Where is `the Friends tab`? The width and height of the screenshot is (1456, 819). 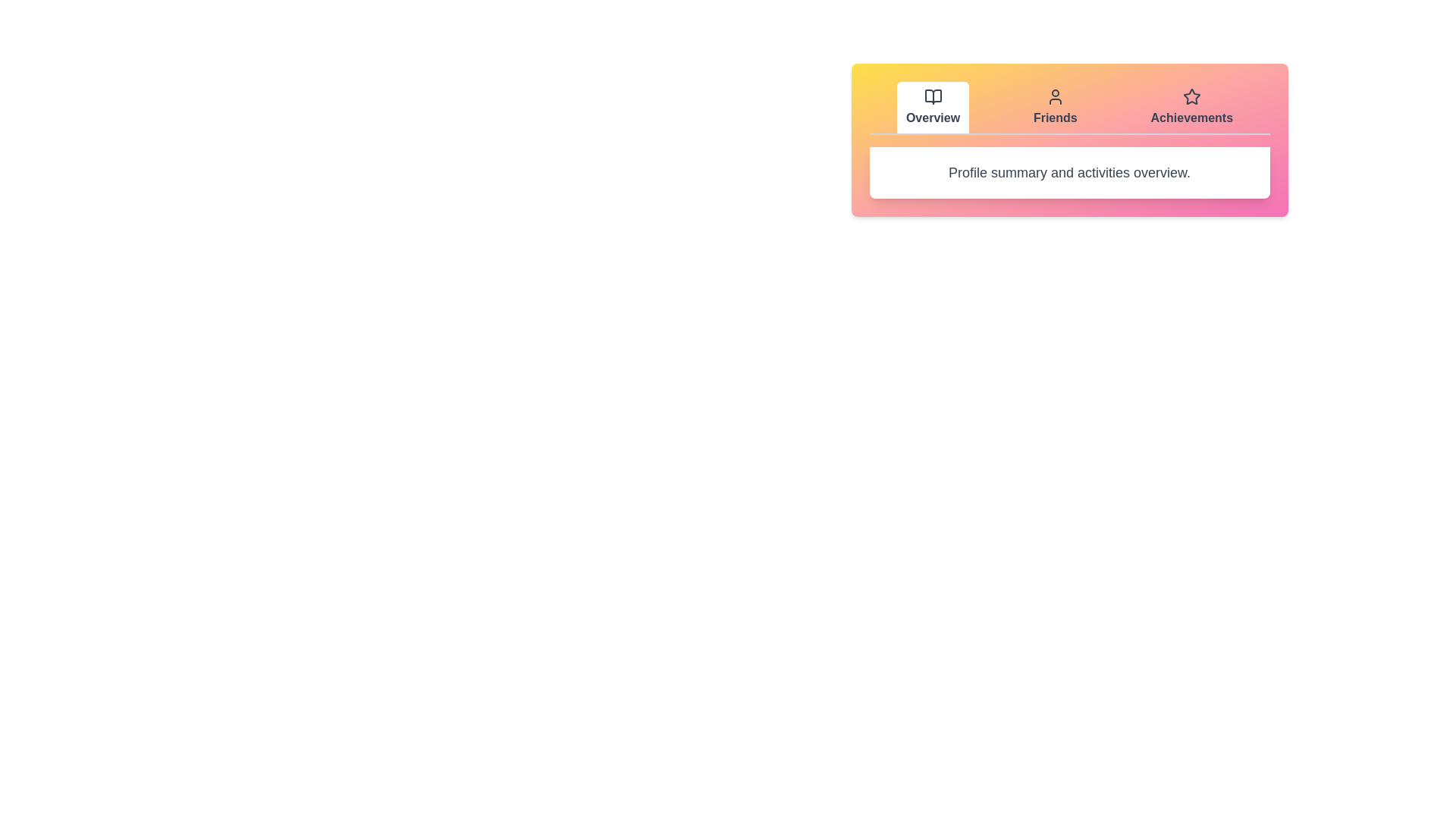
the Friends tab is located at coordinates (1054, 107).